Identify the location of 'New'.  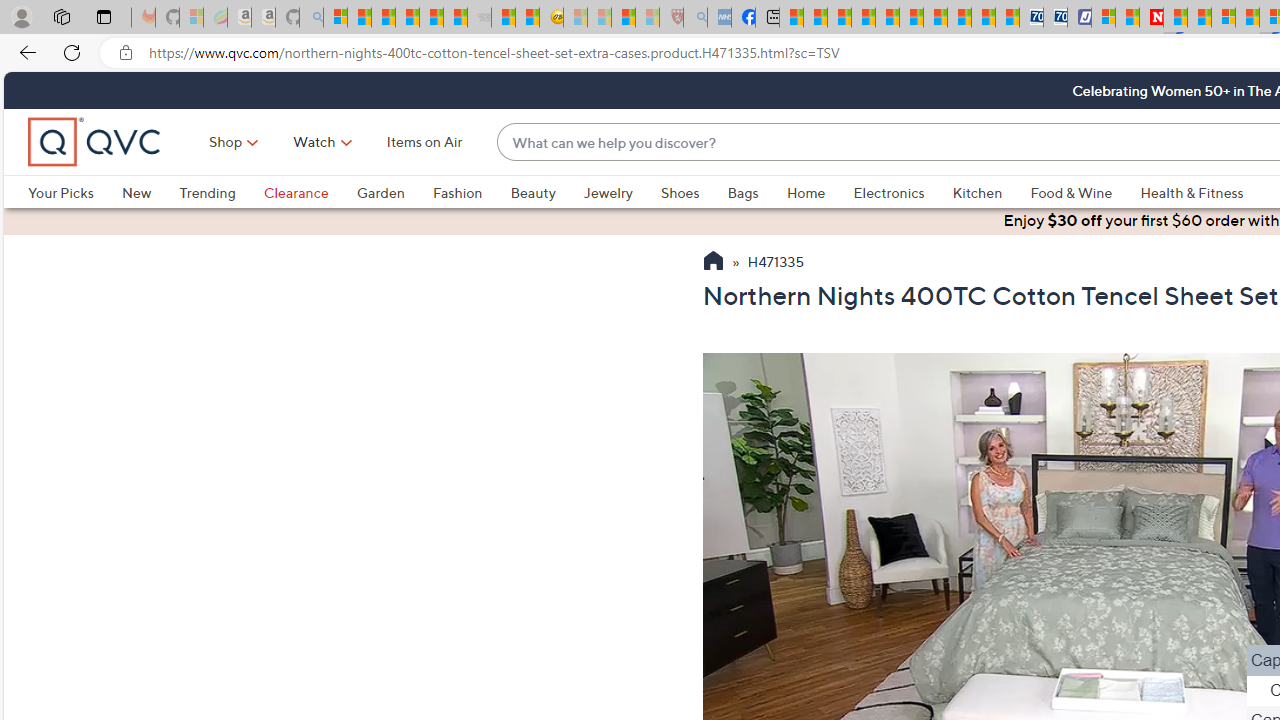
(135, 192).